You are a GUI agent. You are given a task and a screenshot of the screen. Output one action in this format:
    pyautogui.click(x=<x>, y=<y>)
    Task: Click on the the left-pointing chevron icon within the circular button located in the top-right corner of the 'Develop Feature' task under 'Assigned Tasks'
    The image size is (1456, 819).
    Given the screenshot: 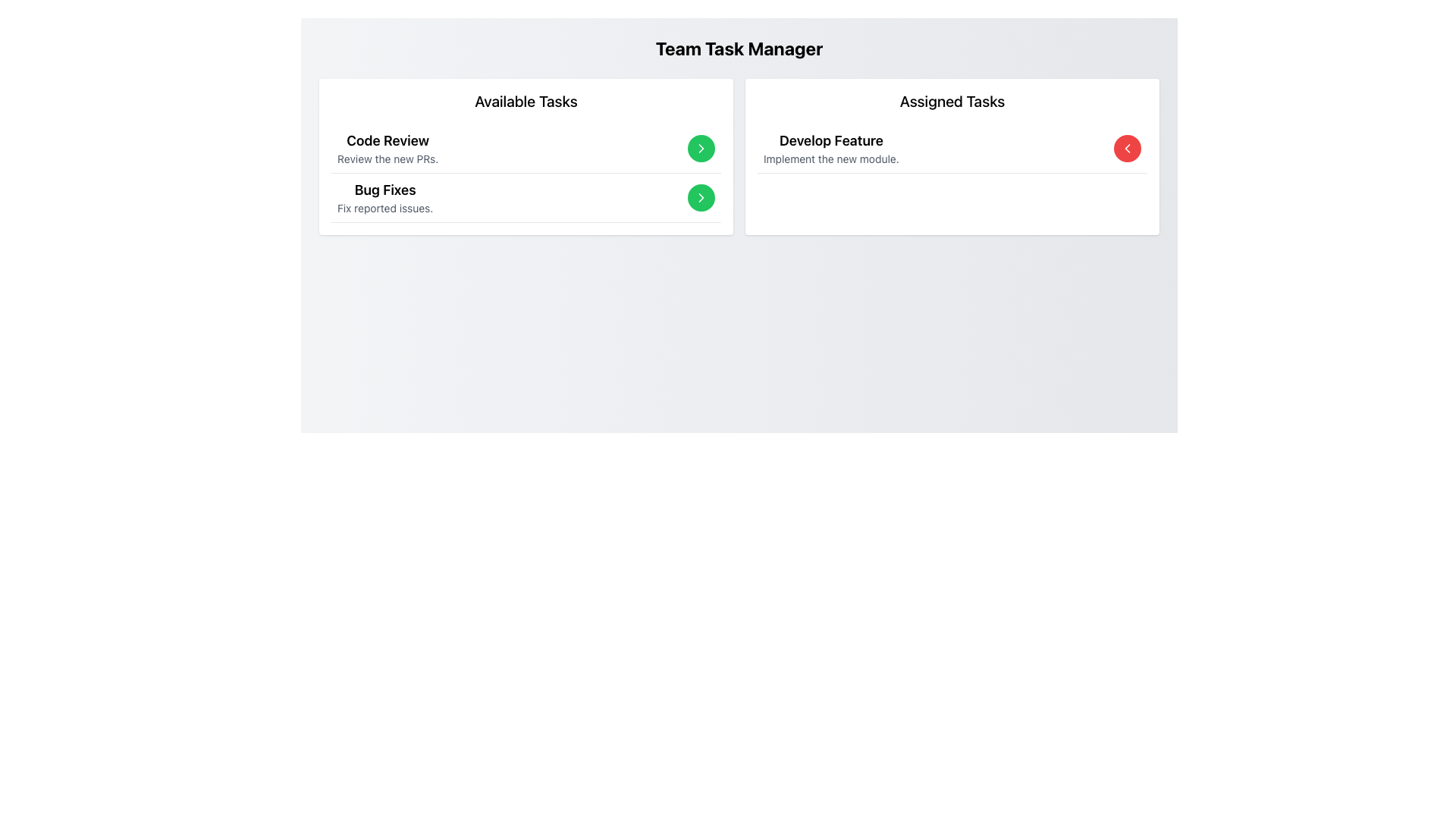 What is the action you would take?
    pyautogui.click(x=1128, y=149)
    